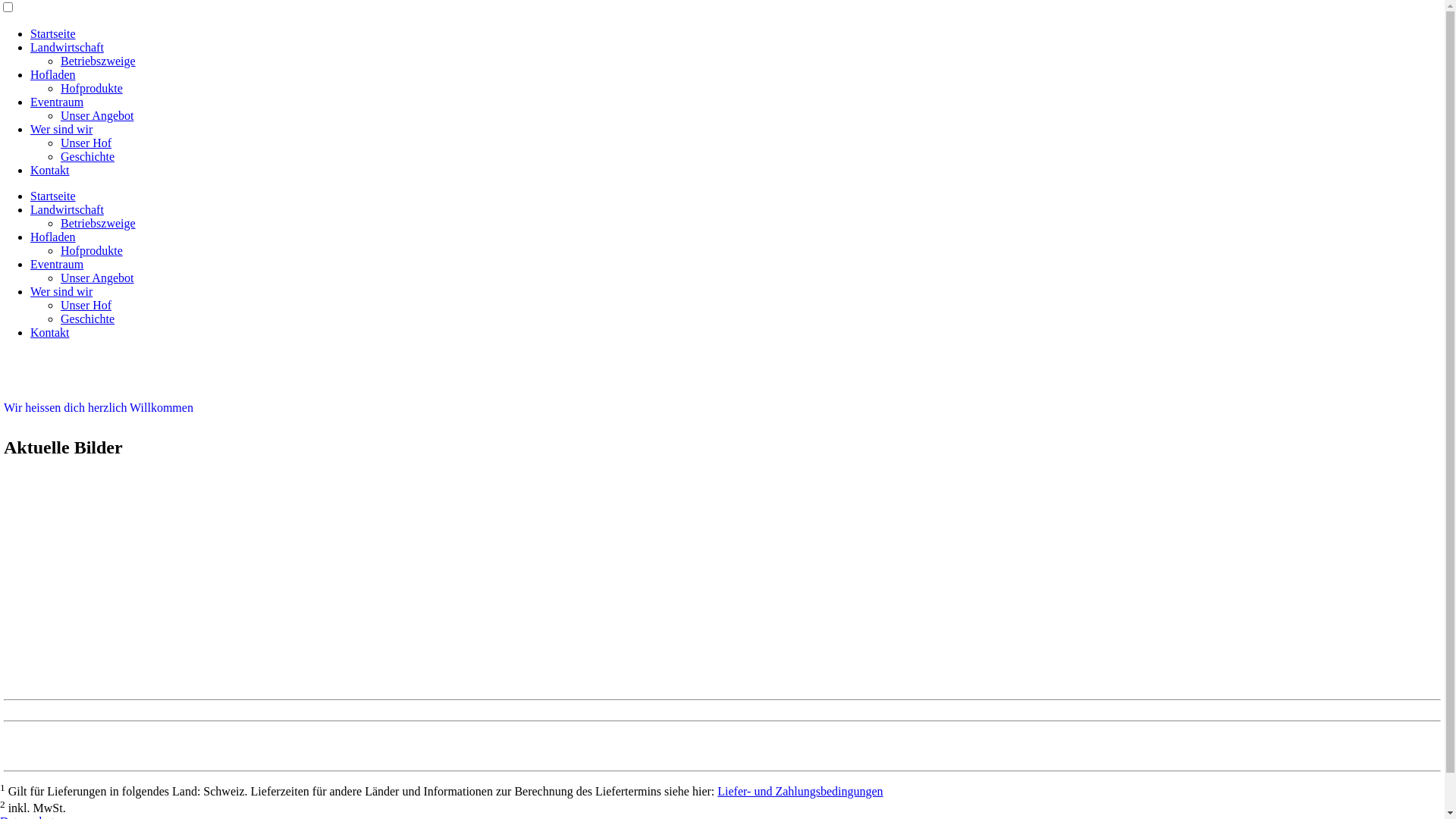 Image resolution: width=1456 pixels, height=819 pixels. Describe the element at coordinates (97, 223) in the screenshot. I see `'Betriebszweige'` at that location.